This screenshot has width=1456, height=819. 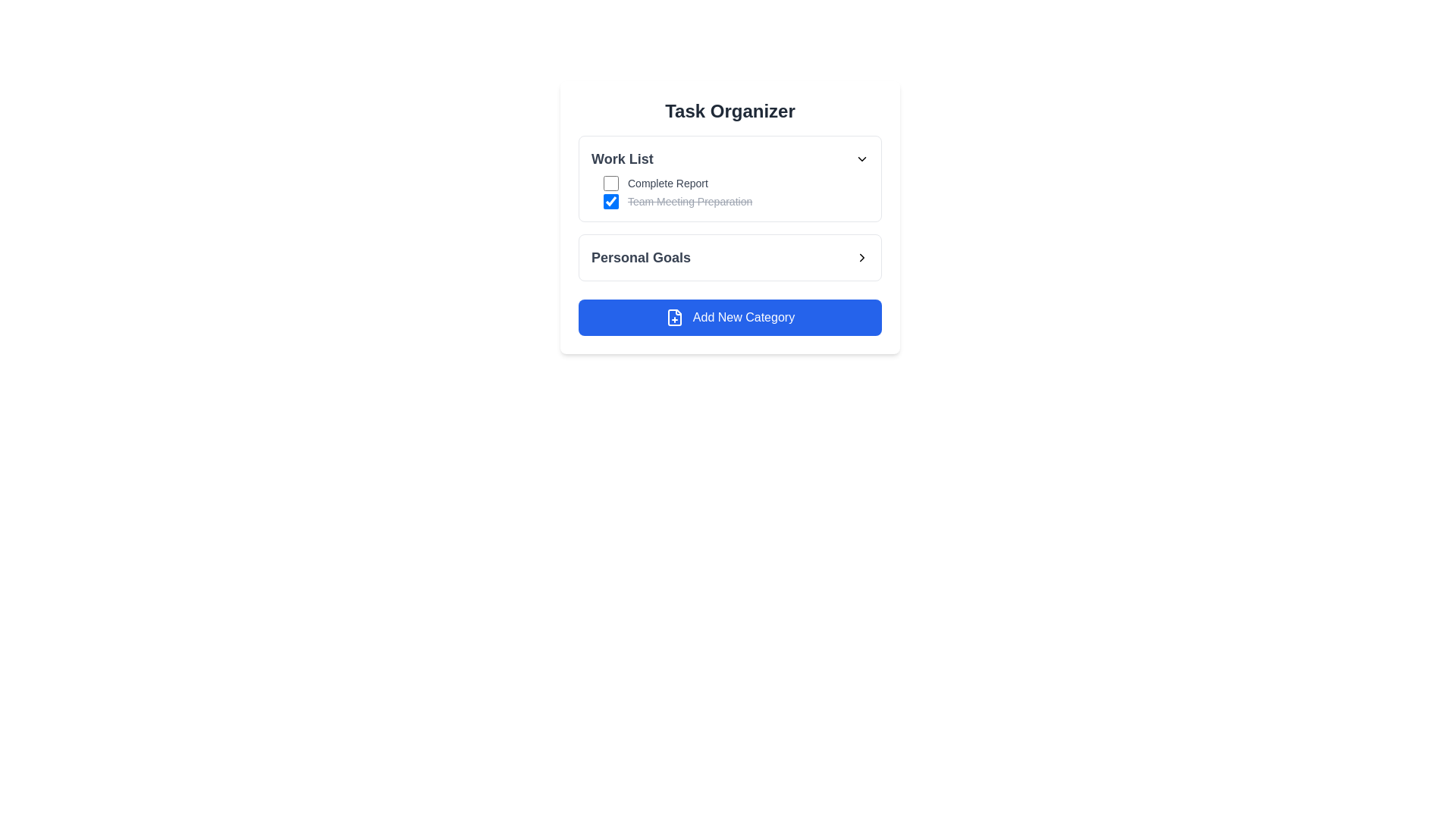 I want to click on the text label 'Complete Report', which is styled with a small font size and gray color, located inside the 'Work List' box under 'Task Organizer' and positioned to the right of a checkbox, so click(x=667, y=183).